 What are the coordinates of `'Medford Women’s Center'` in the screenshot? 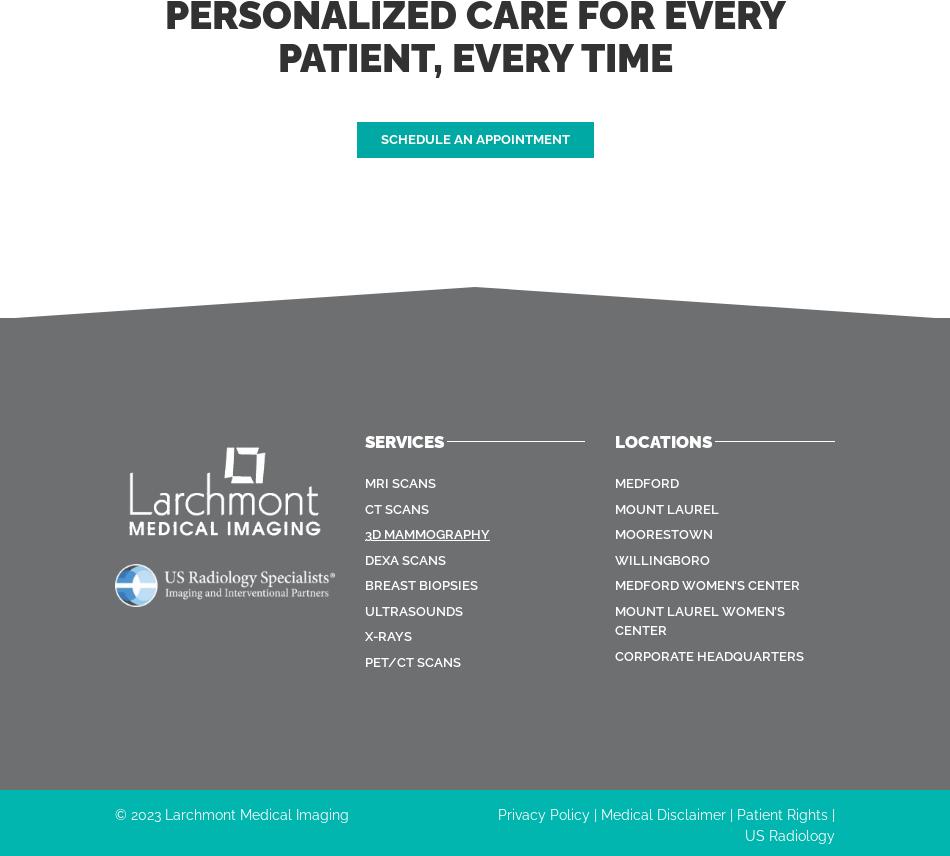 It's located at (707, 585).